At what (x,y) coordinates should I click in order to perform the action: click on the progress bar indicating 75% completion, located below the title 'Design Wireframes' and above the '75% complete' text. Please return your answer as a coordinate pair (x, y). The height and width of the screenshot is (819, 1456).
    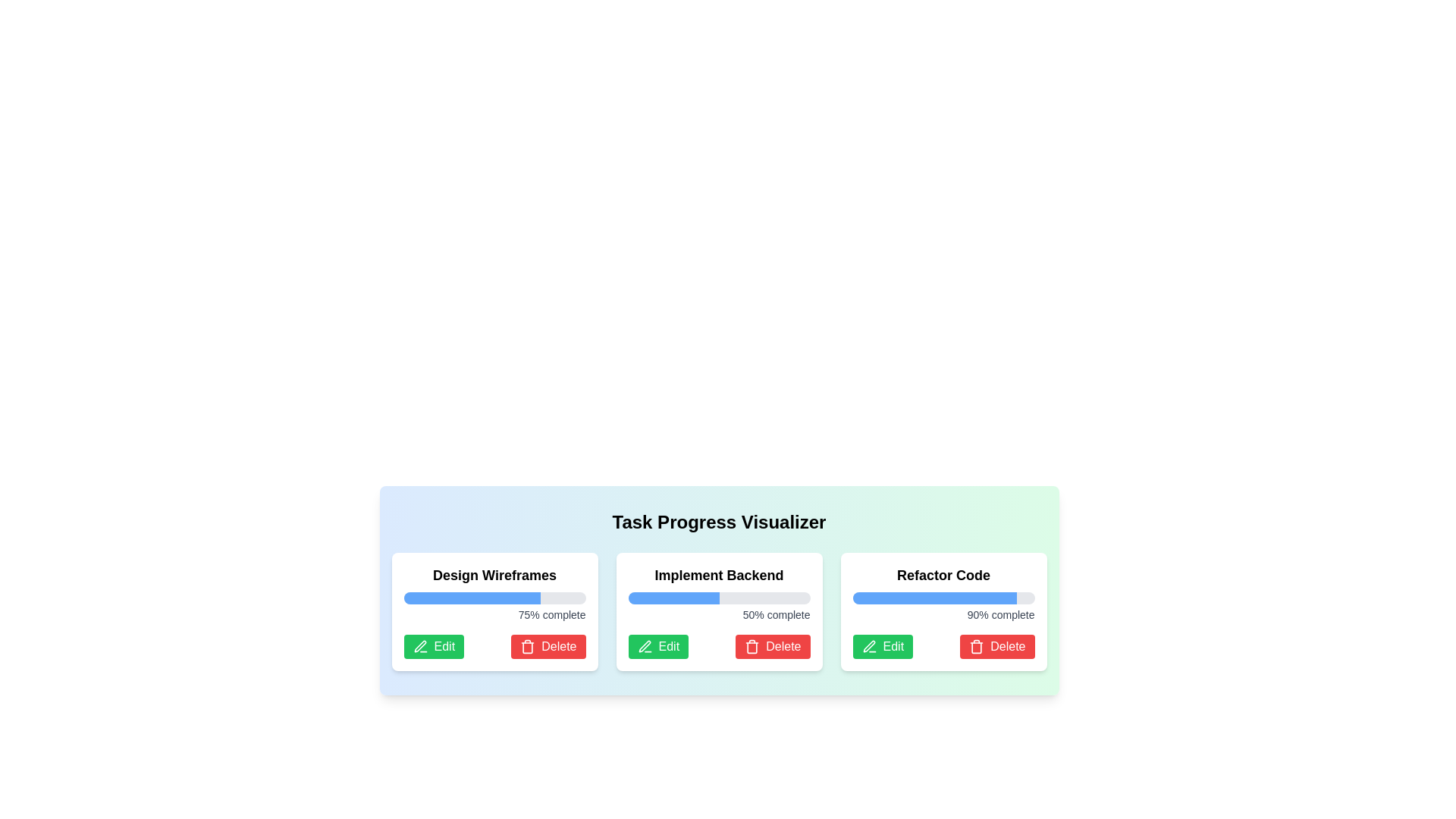
    Looking at the image, I should click on (494, 598).